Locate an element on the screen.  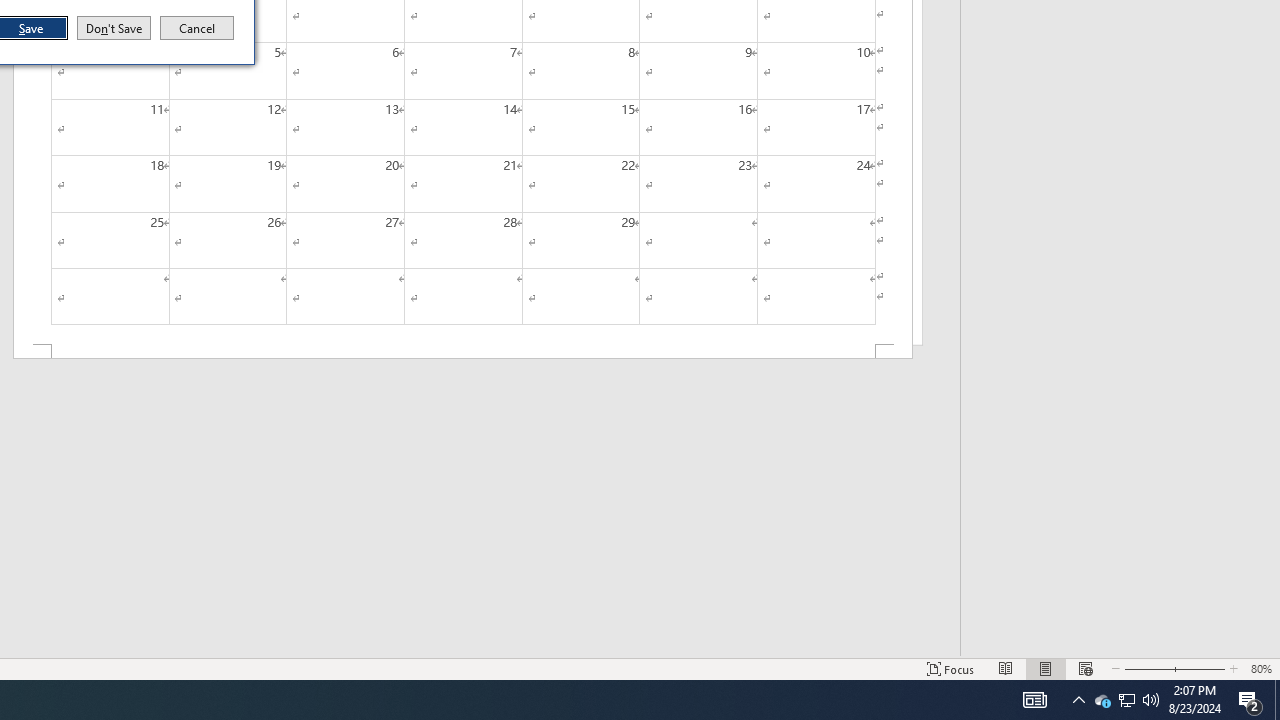
'User Promoted Notification Area' is located at coordinates (1101, 698).